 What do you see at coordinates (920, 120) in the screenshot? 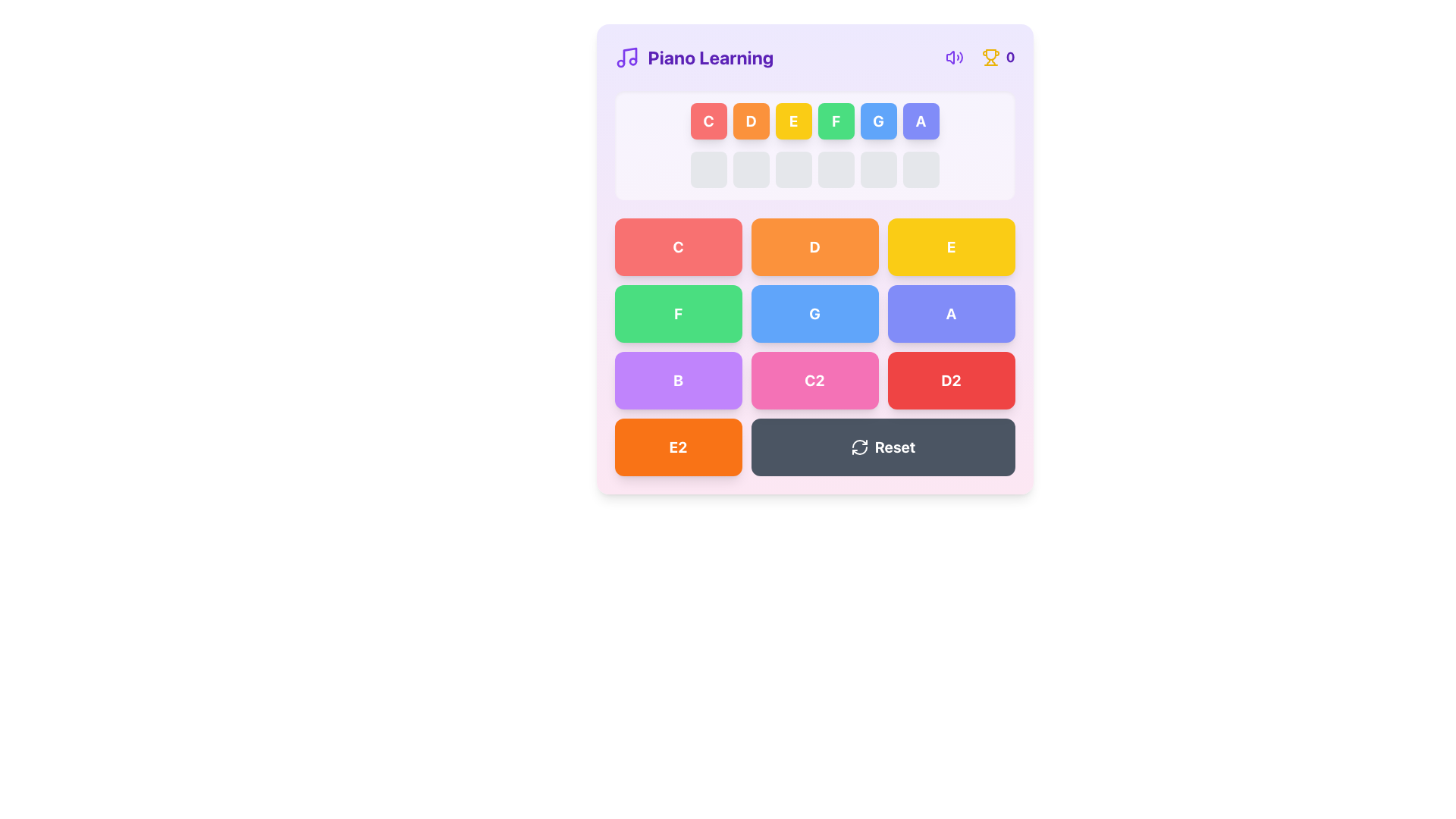
I see `the square-shaped button with a light indigo background and the bold uppercase letter 'A' to observe visual feedback` at bounding box center [920, 120].